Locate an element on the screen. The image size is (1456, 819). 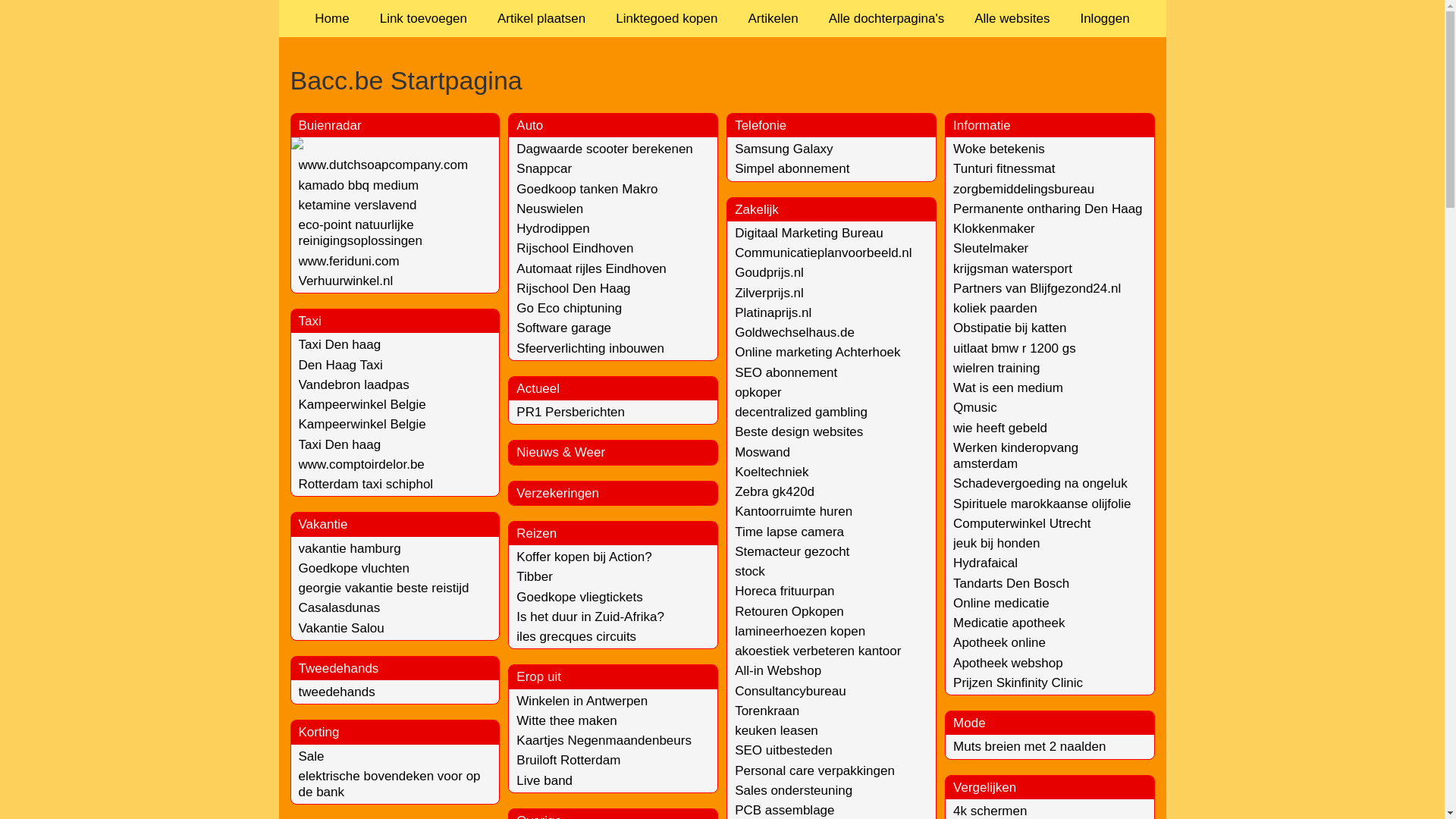
'Werken kinderopvang amsterdam' is located at coordinates (1015, 455).